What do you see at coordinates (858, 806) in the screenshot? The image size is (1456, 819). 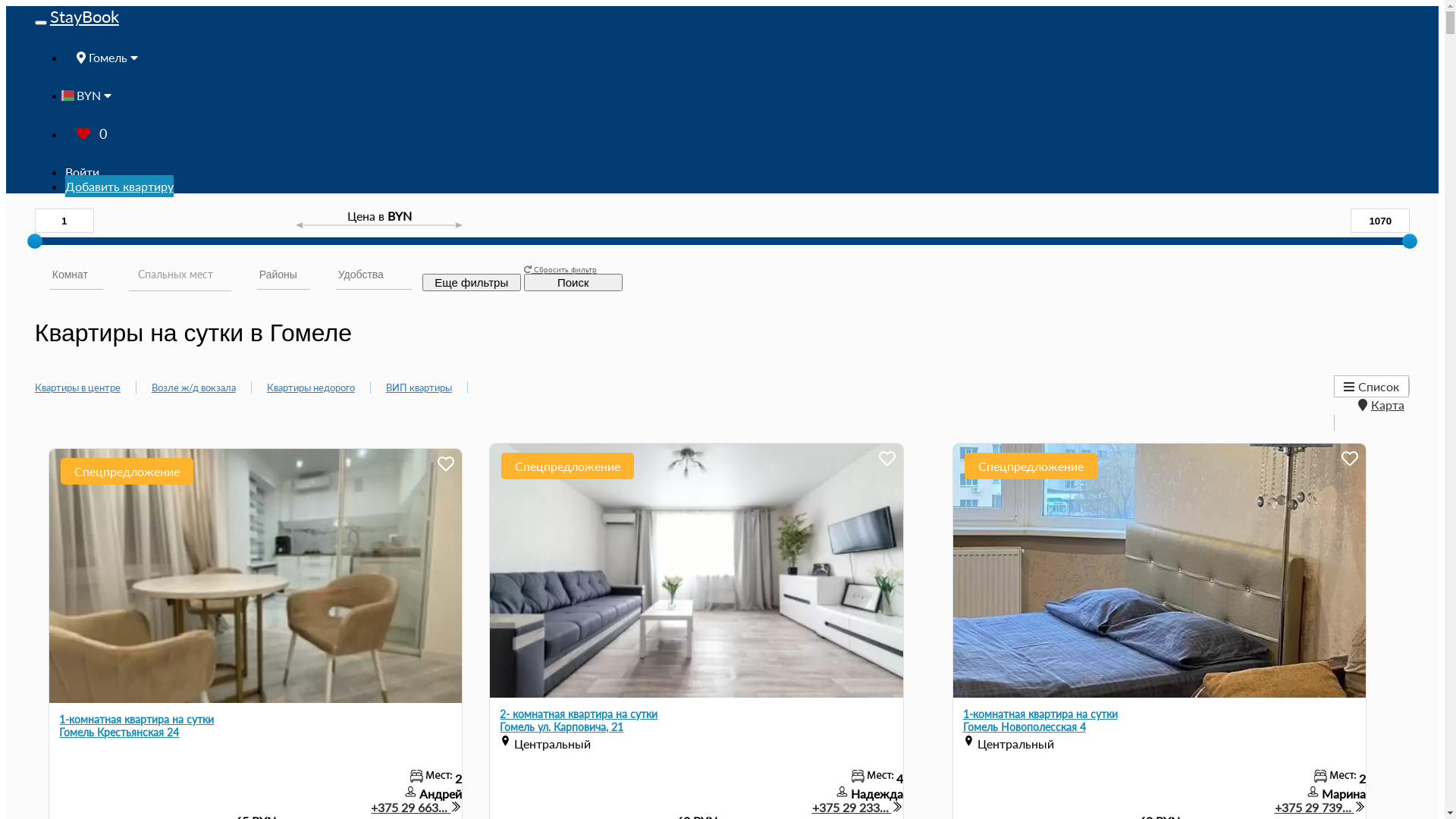 I see `'+375 29 233...'` at bounding box center [858, 806].